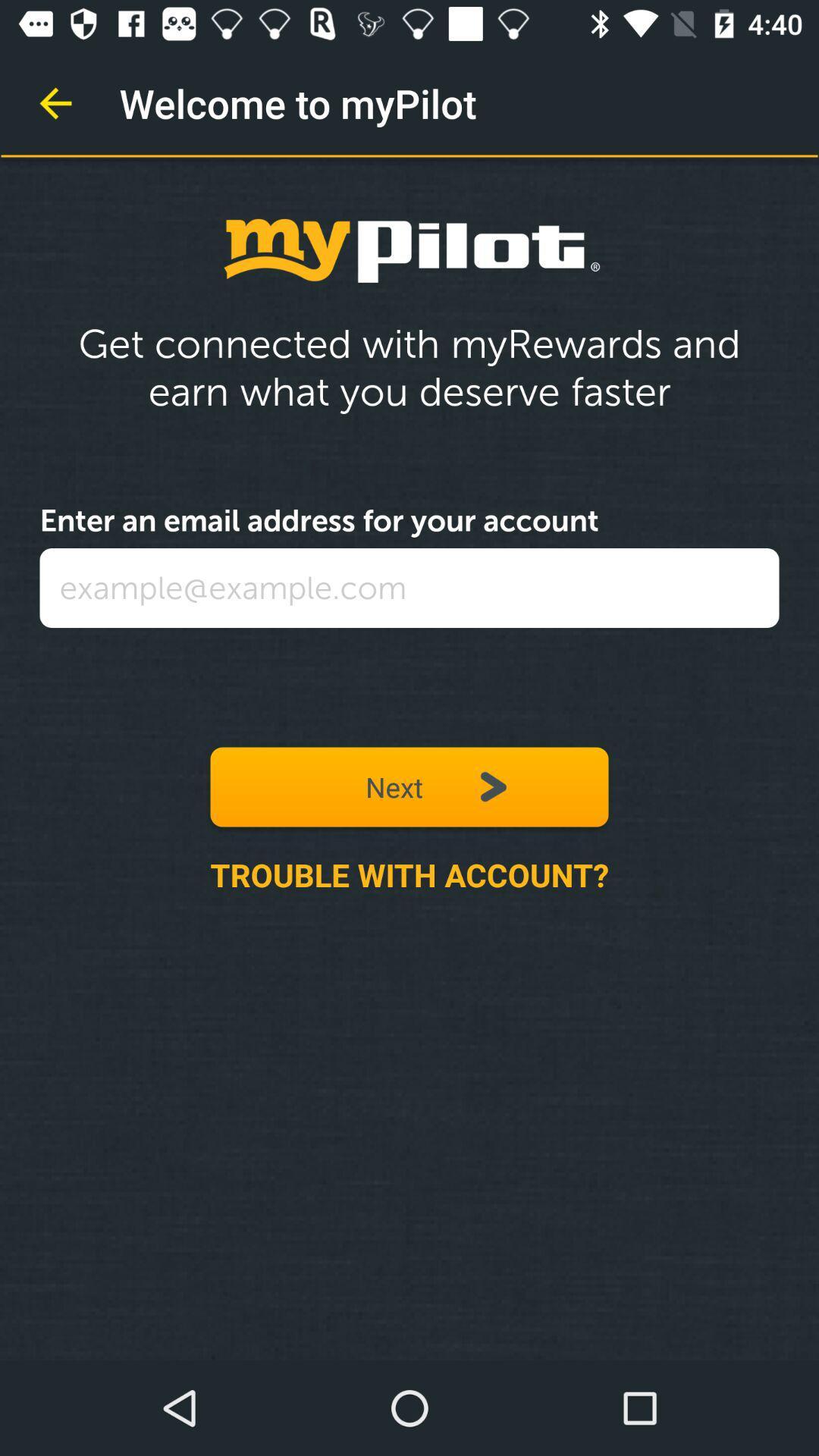 The image size is (819, 1456). What do you see at coordinates (409, 587) in the screenshot?
I see `the icon above next icon` at bounding box center [409, 587].